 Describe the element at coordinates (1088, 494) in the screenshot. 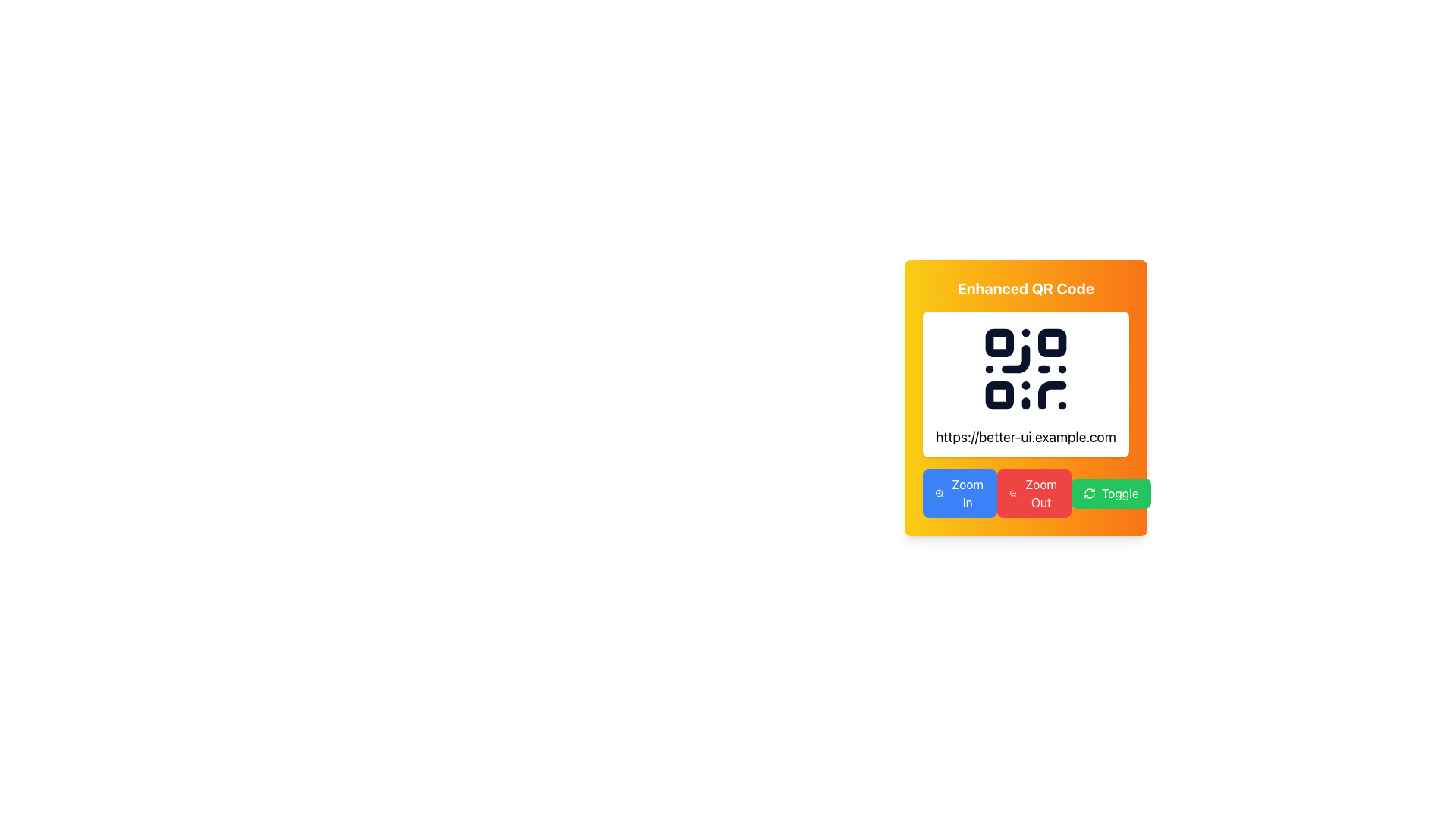

I see `the circular refresh SVG icon, which is the leftmost element within the Toggle button located on the rightmost part of the bottom row of buttons` at that location.